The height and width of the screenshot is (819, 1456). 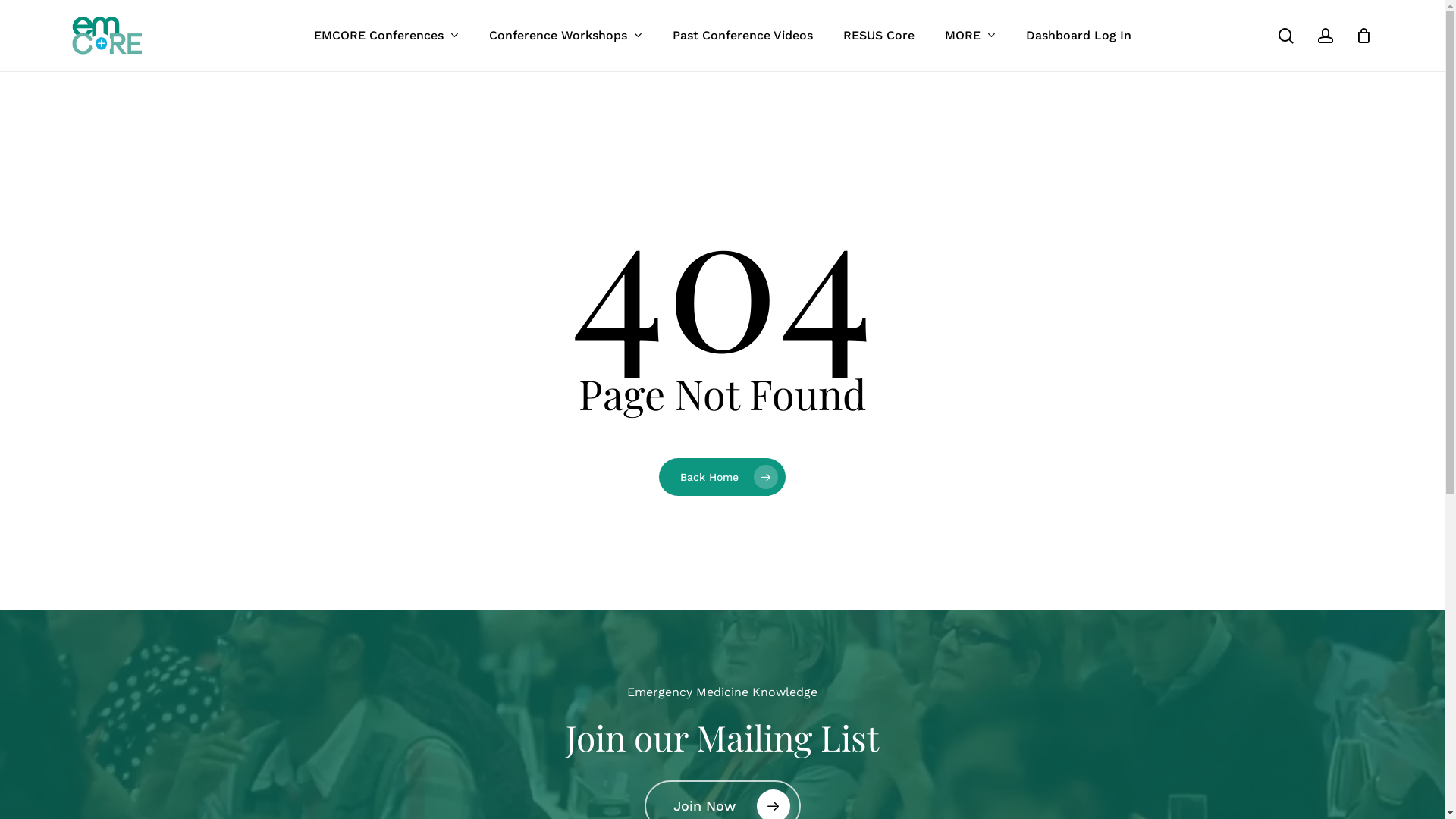 What do you see at coordinates (721, 475) in the screenshot?
I see `'Back Home'` at bounding box center [721, 475].